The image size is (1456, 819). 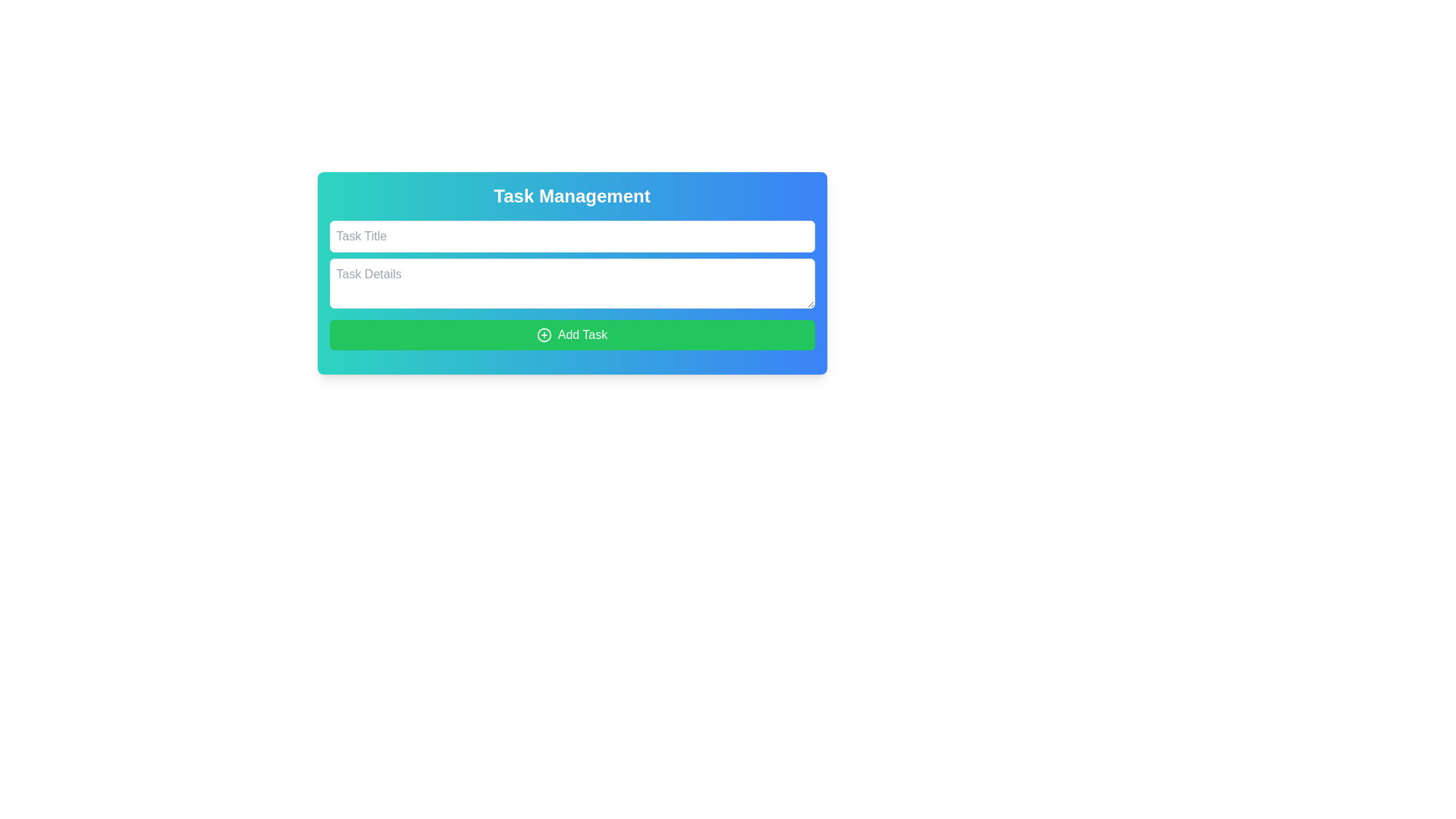 I want to click on the circular outline of the 'plus in a circle' icon, which is located to the left of the 'Add Task' button's label within the green button at the bottom of the form, so click(x=544, y=334).